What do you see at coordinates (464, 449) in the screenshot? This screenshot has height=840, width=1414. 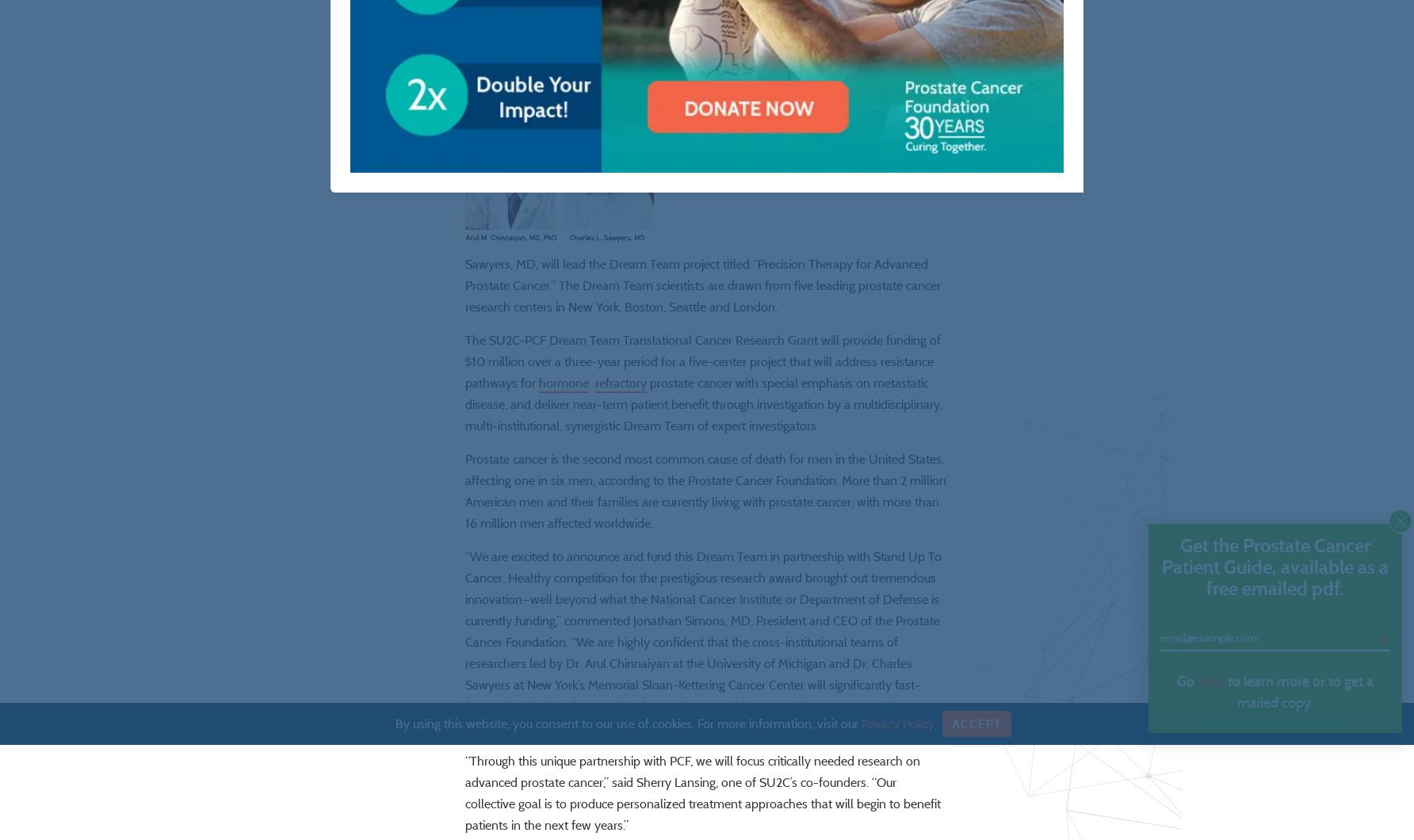 I see `'prostate cancer with special emphasis on metastatic disease, and deliver near-term patient benefit through investigation by a multidisciplinary, multi-institutional, synergistic Dream Team of expert investigators.'` at bounding box center [464, 449].